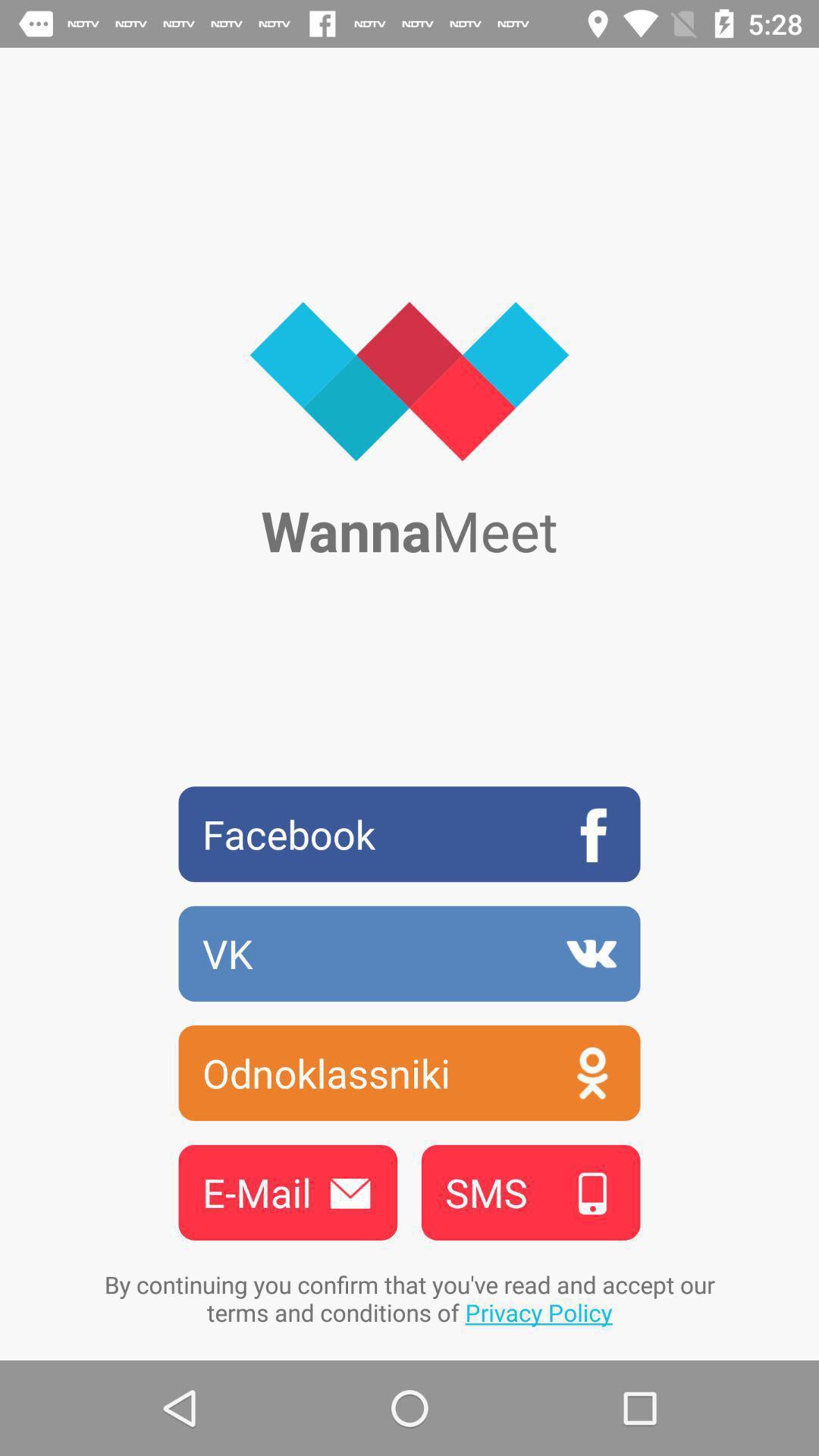 The image size is (819, 1456). Describe the element at coordinates (409, 1298) in the screenshot. I see `by continuing you icon` at that location.